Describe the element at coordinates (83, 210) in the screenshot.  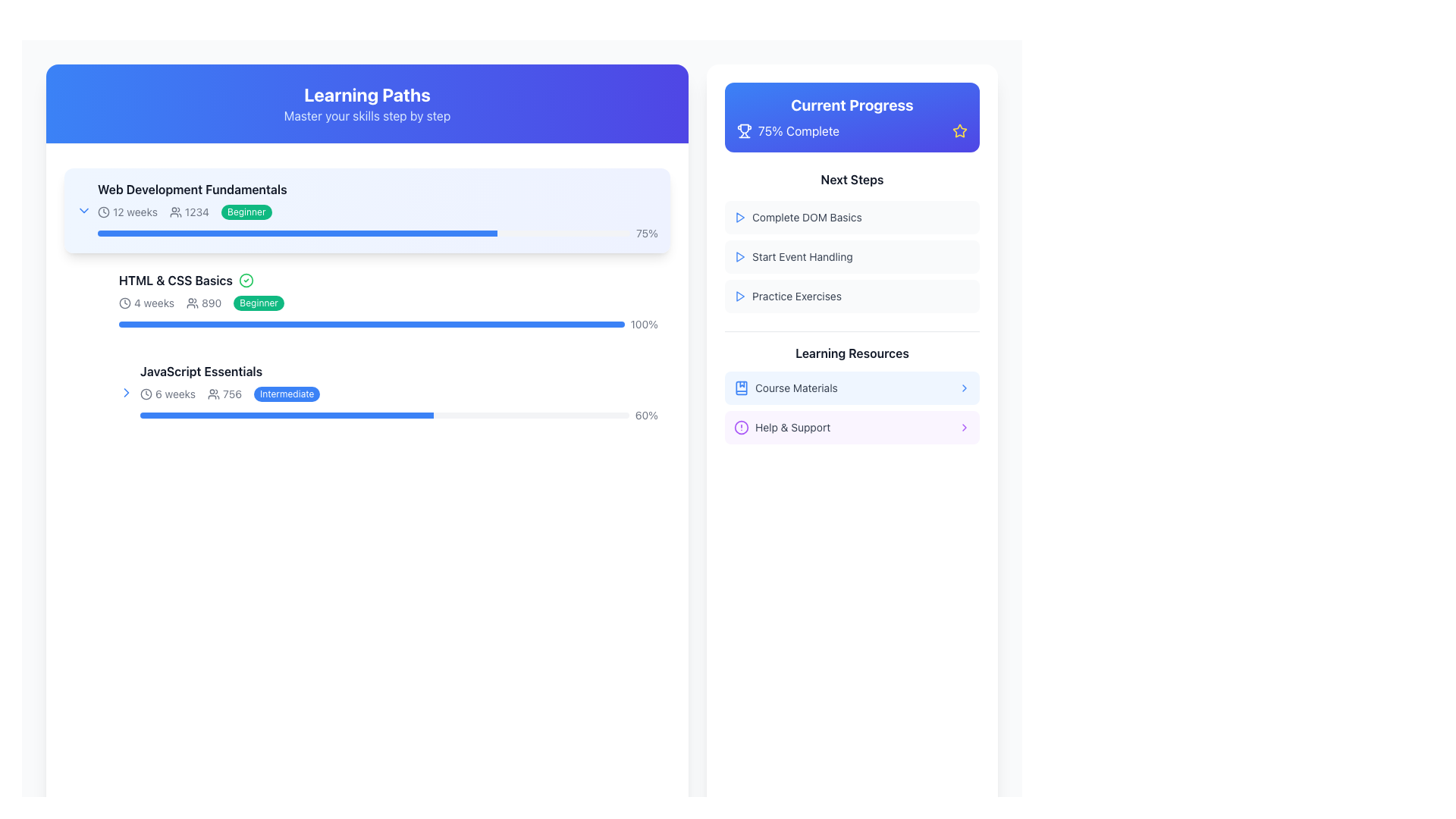
I see `the chevron icon located to the left of the 'Web Development Fundamentals' course title` at that location.